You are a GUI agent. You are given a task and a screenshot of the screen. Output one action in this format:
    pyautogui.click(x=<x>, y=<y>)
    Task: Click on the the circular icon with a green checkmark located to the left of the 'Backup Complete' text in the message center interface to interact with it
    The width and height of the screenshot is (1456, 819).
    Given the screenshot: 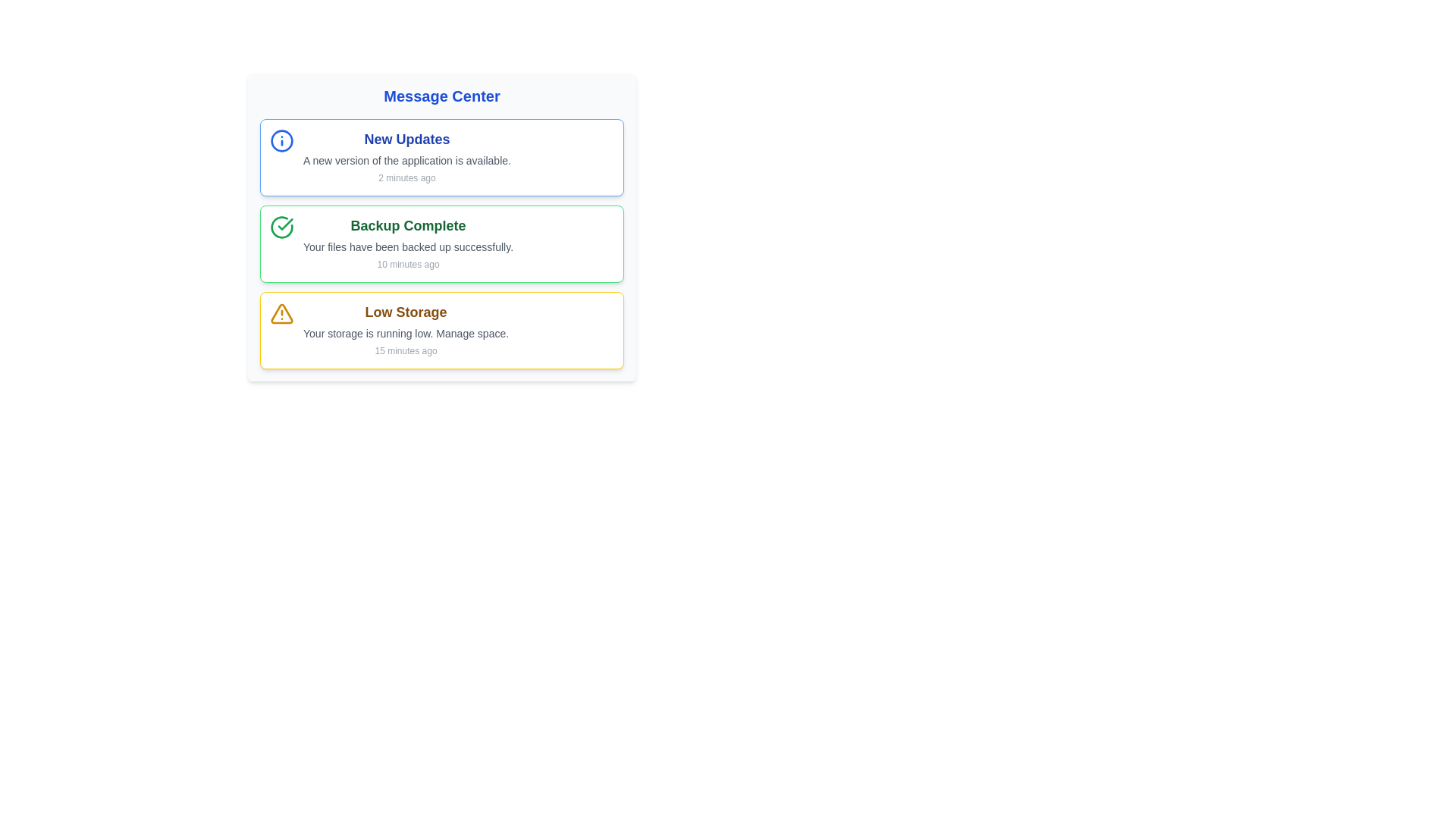 What is the action you would take?
    pyautogui.click(x=282, y=227)
    